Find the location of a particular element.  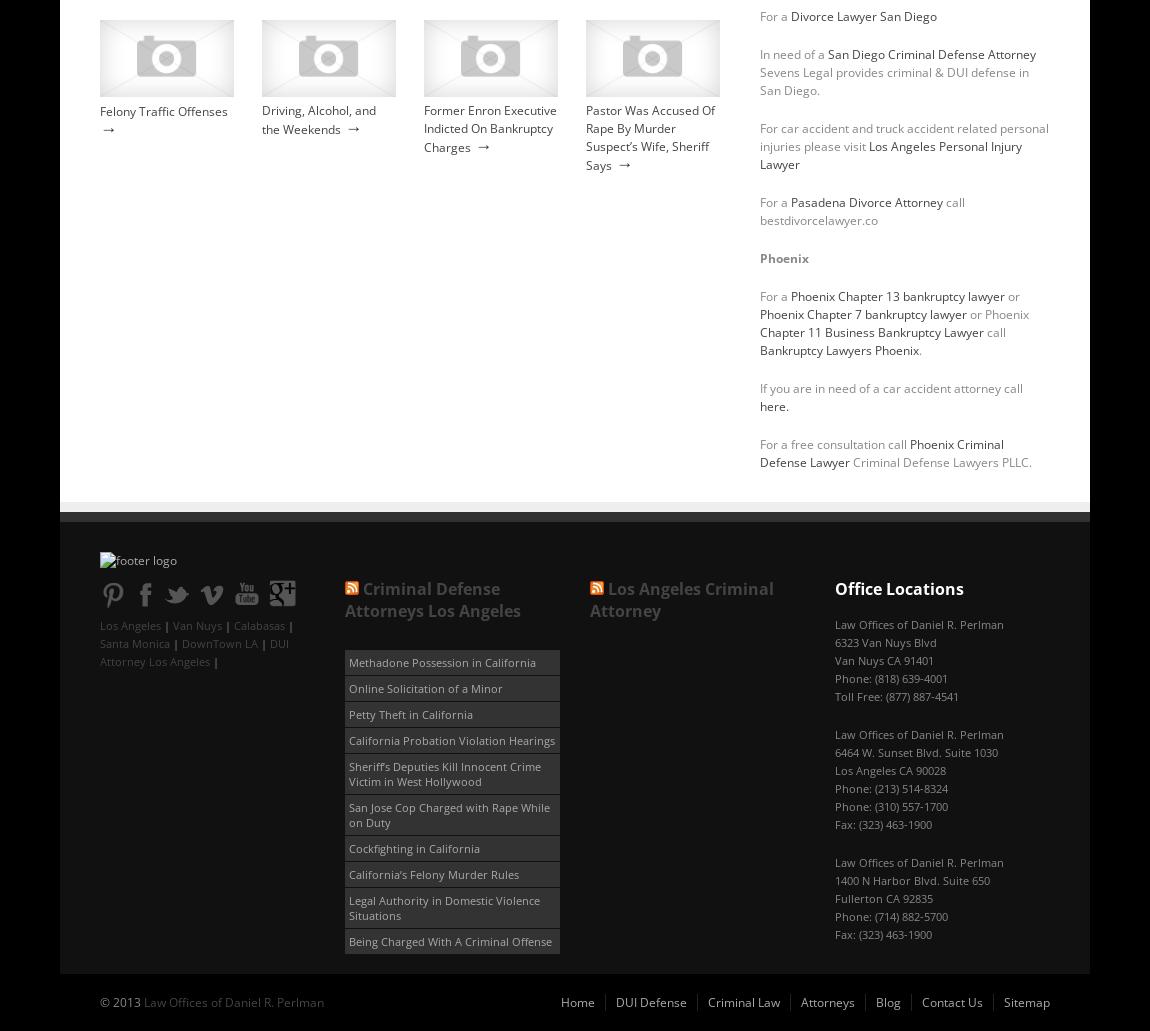

'Van Nuys' is located at coordinates (196, 625).